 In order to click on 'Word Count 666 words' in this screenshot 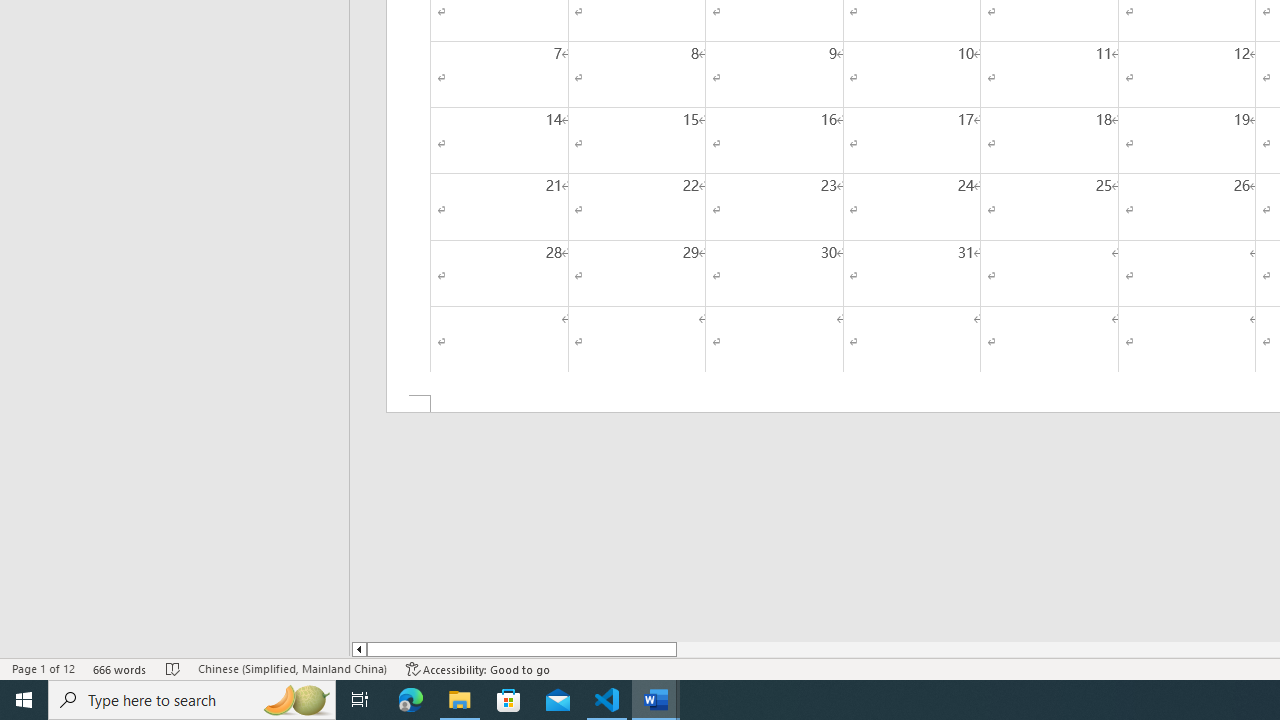, I will do `click(119, 669)`.